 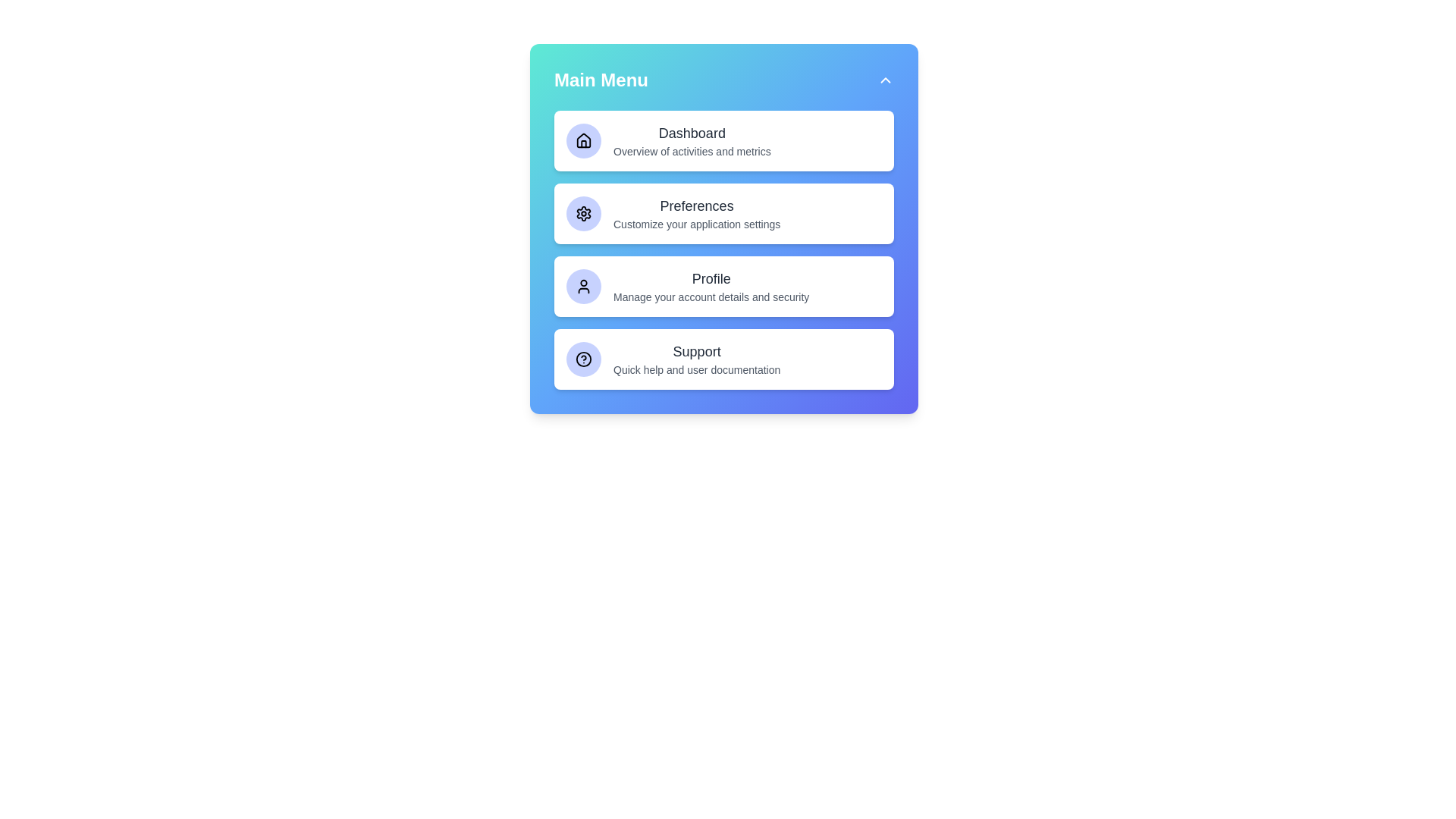 What do you see at coordinates (723, 287) in the screenshot?
I see `the menu option Profile to reveal its details` at bounding box center [723, 287].